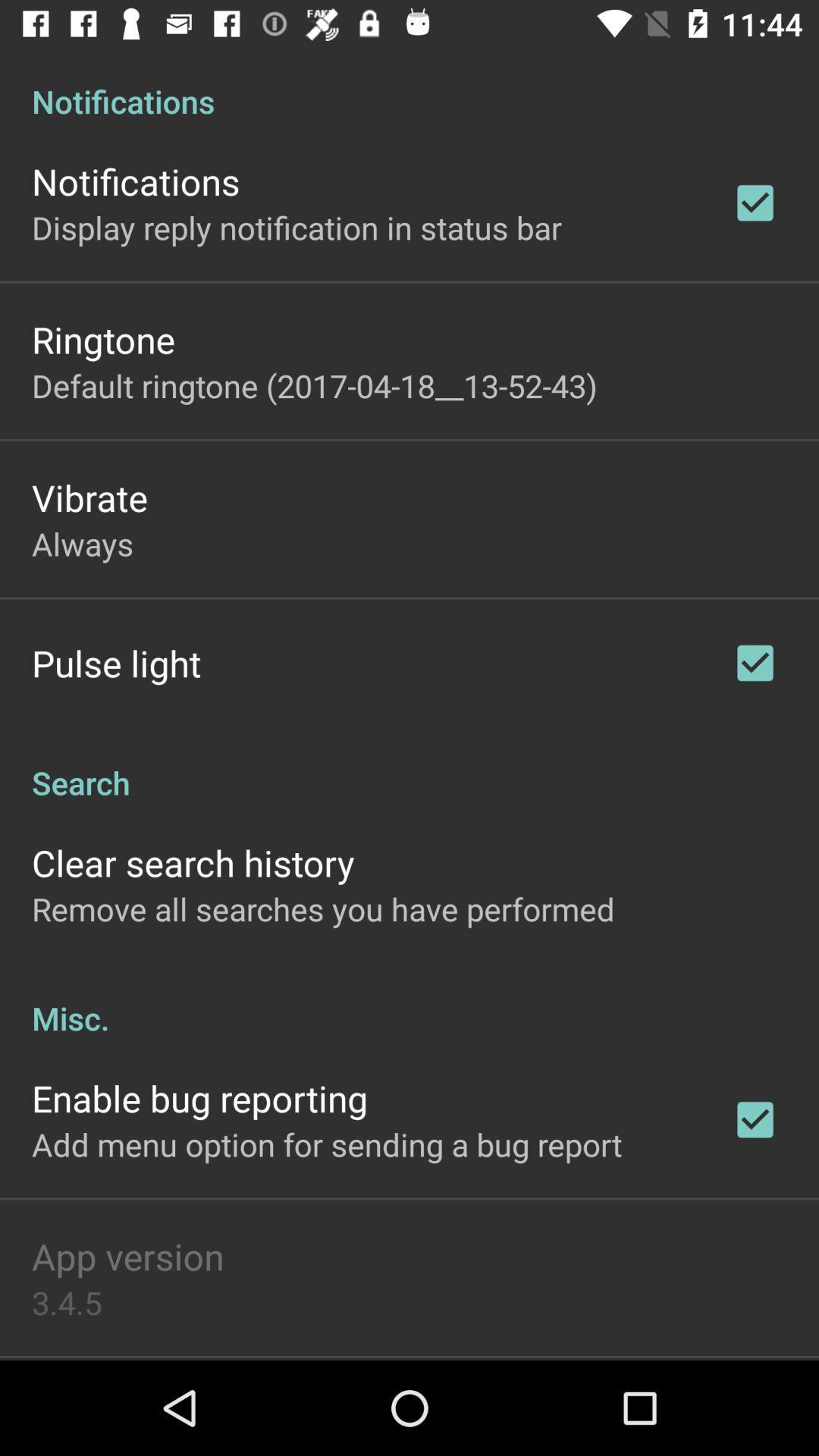 The height and width of the screenshot is (1456, 819). Describe the element at coordinates (66, 1301) in the screenshot. I see `3.4.5 icon` at that location.